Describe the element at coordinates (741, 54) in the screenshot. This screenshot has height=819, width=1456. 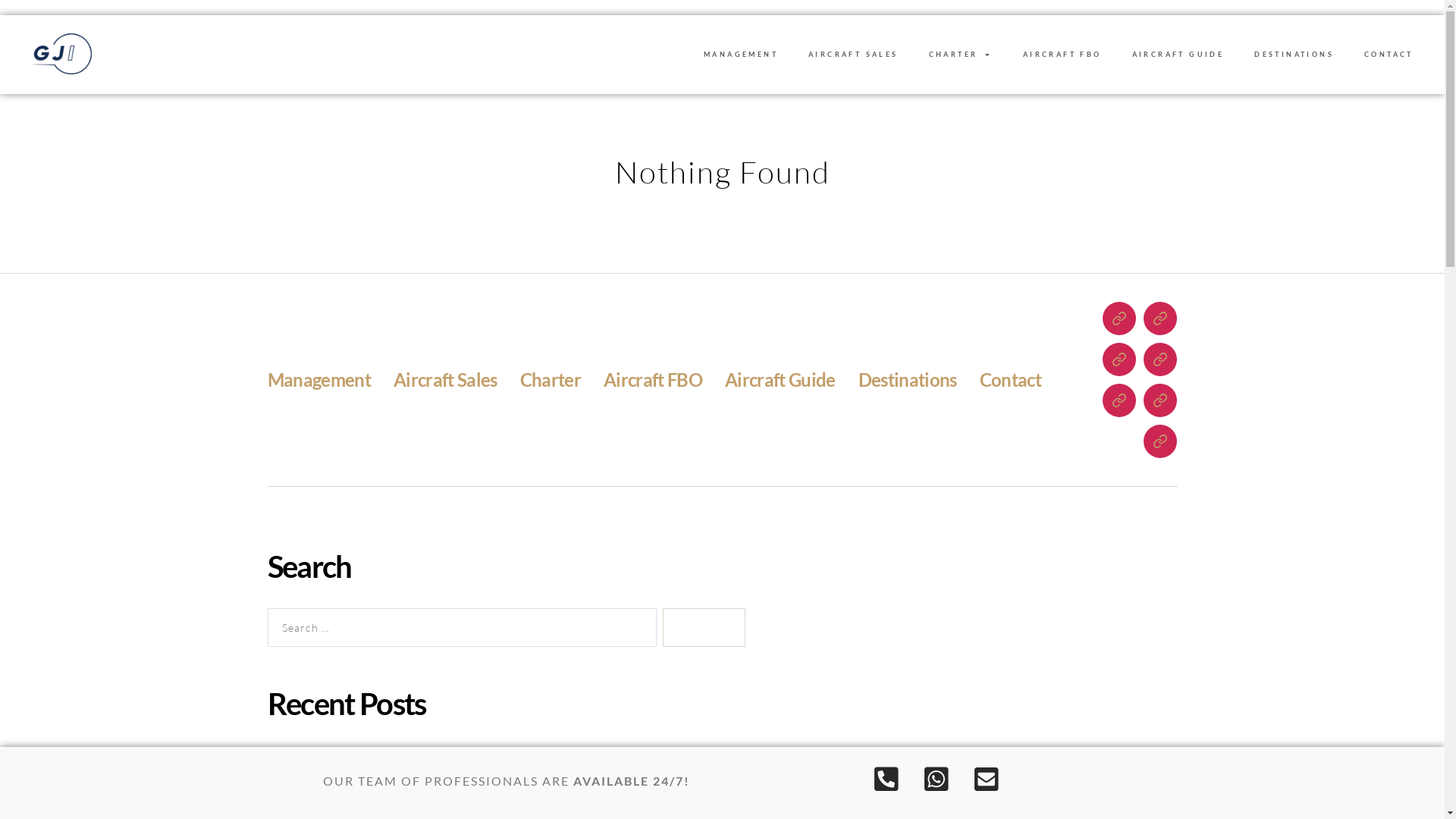
I see `'MANAGEMENT'` at that location.